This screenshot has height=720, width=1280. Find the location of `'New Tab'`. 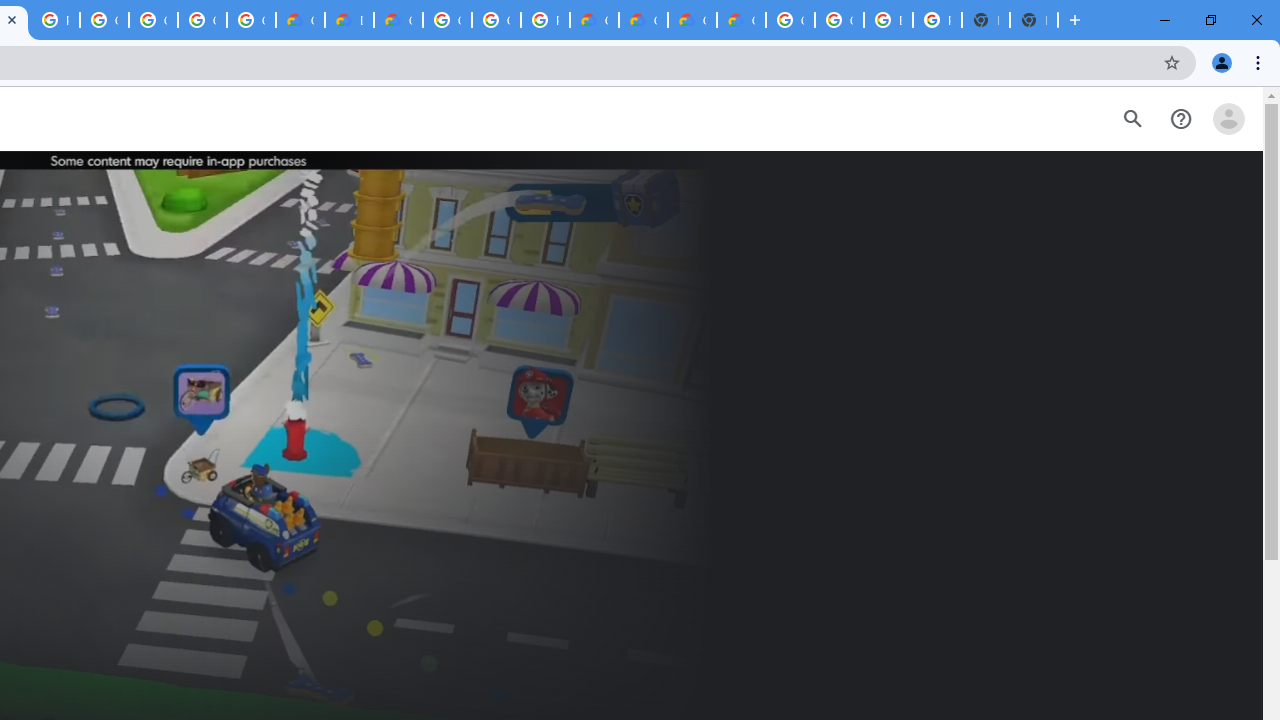

'New Tab' is located at coordinates (1034, 20).